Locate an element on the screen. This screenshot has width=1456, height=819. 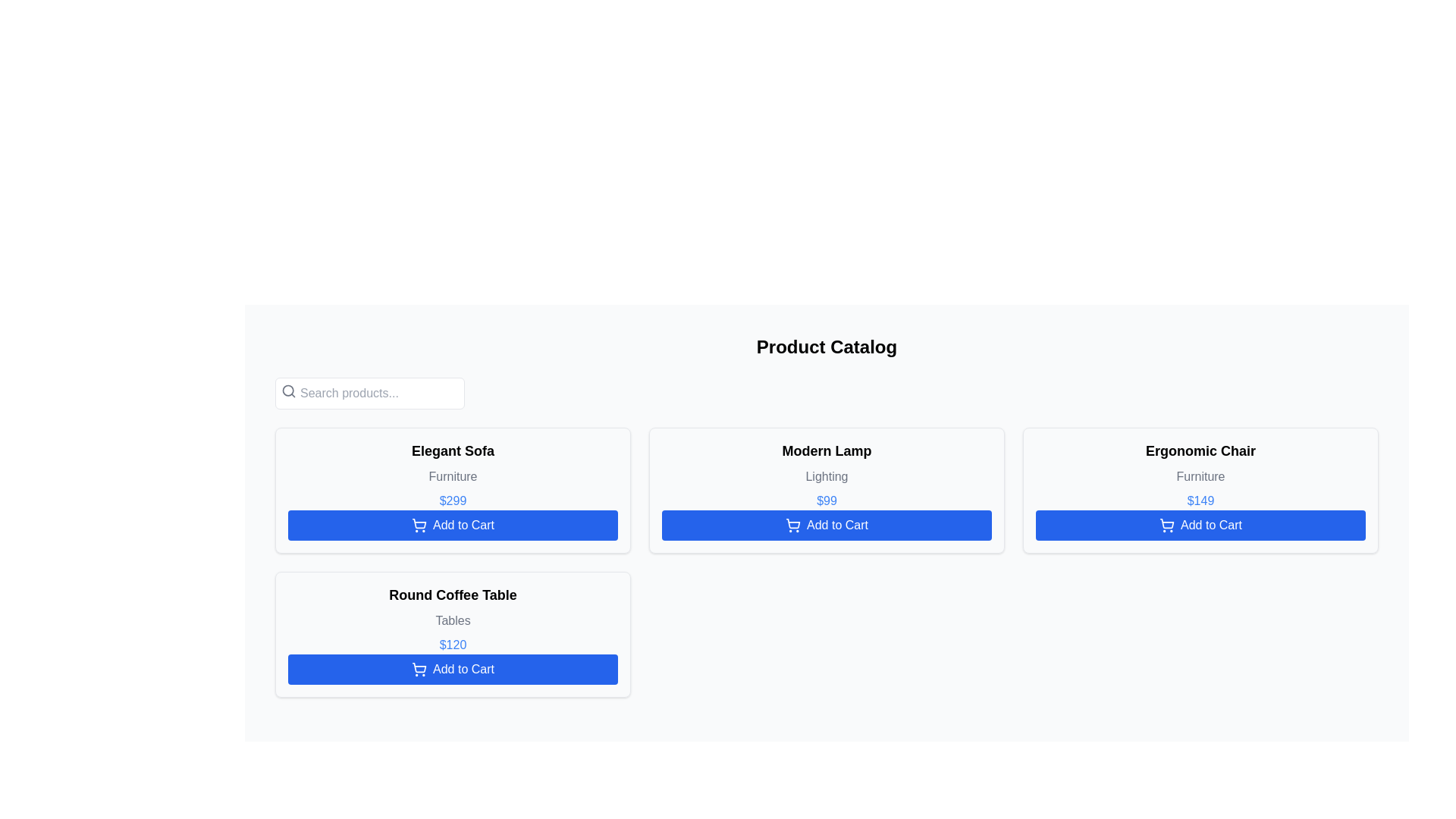
the text label displaying 'Furniture' in gray font located below the title 'Ergonomic Chair' within its card is located at coordinates (1200, 475).